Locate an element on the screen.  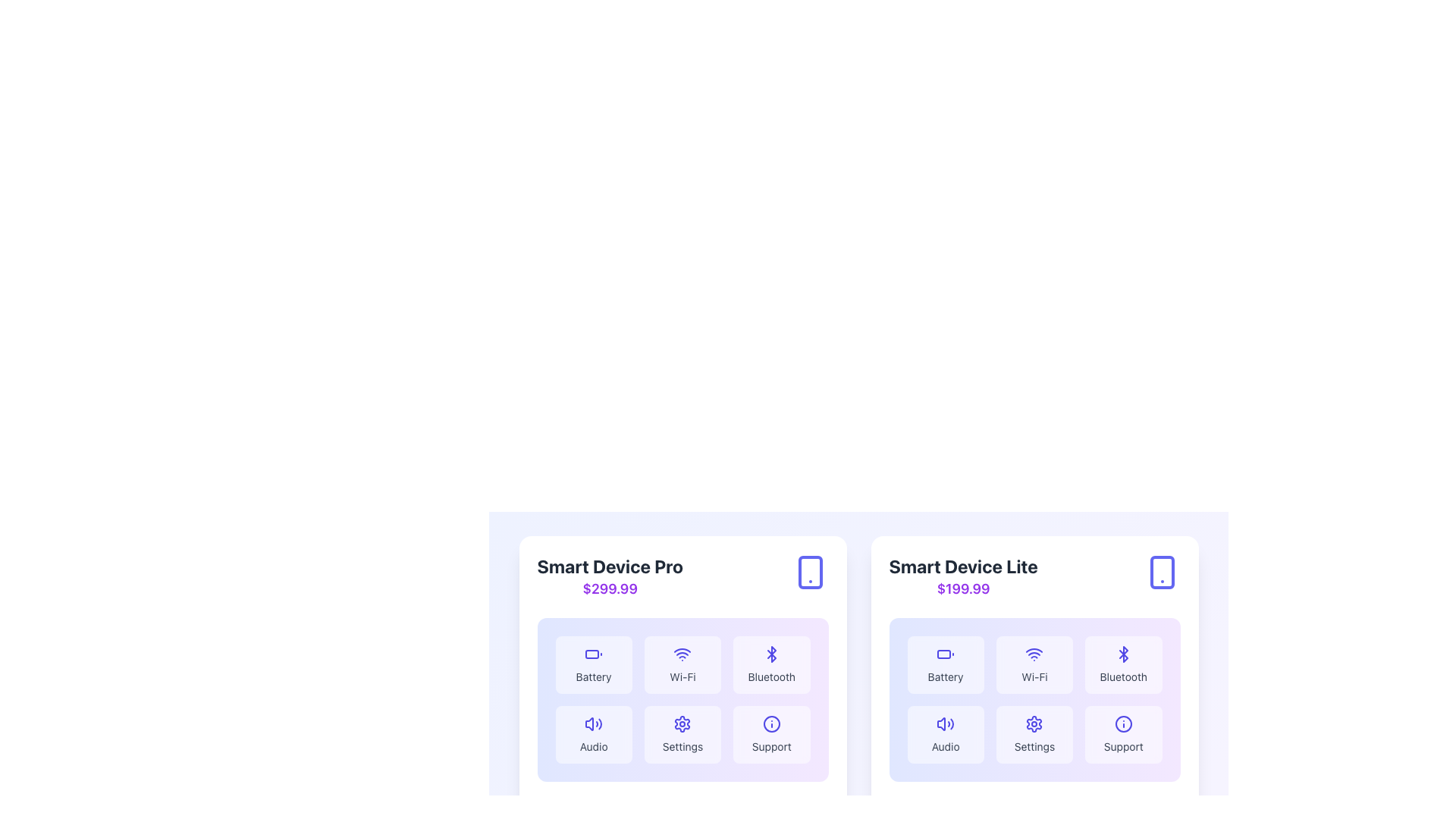
the static text label indicating 'Support' functionality located at the bottom of the 'Smart Device Lite' card in the lower right corner of the section is located at coordinates (1123, 745).